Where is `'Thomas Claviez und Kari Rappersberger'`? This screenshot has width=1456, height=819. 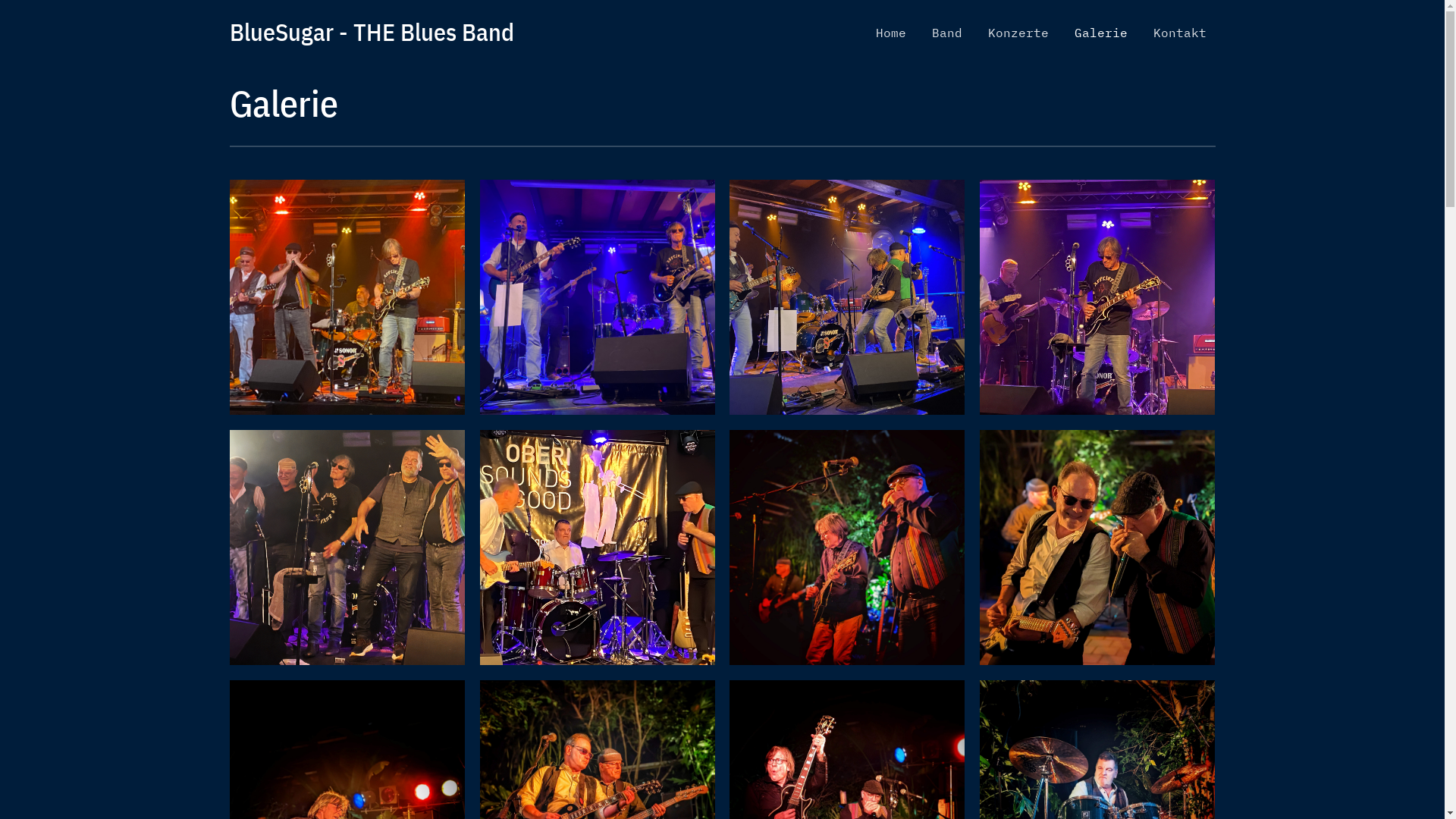 'Thomas Claviez und Kari Rappersberger' is located at coordinates (979, 547).